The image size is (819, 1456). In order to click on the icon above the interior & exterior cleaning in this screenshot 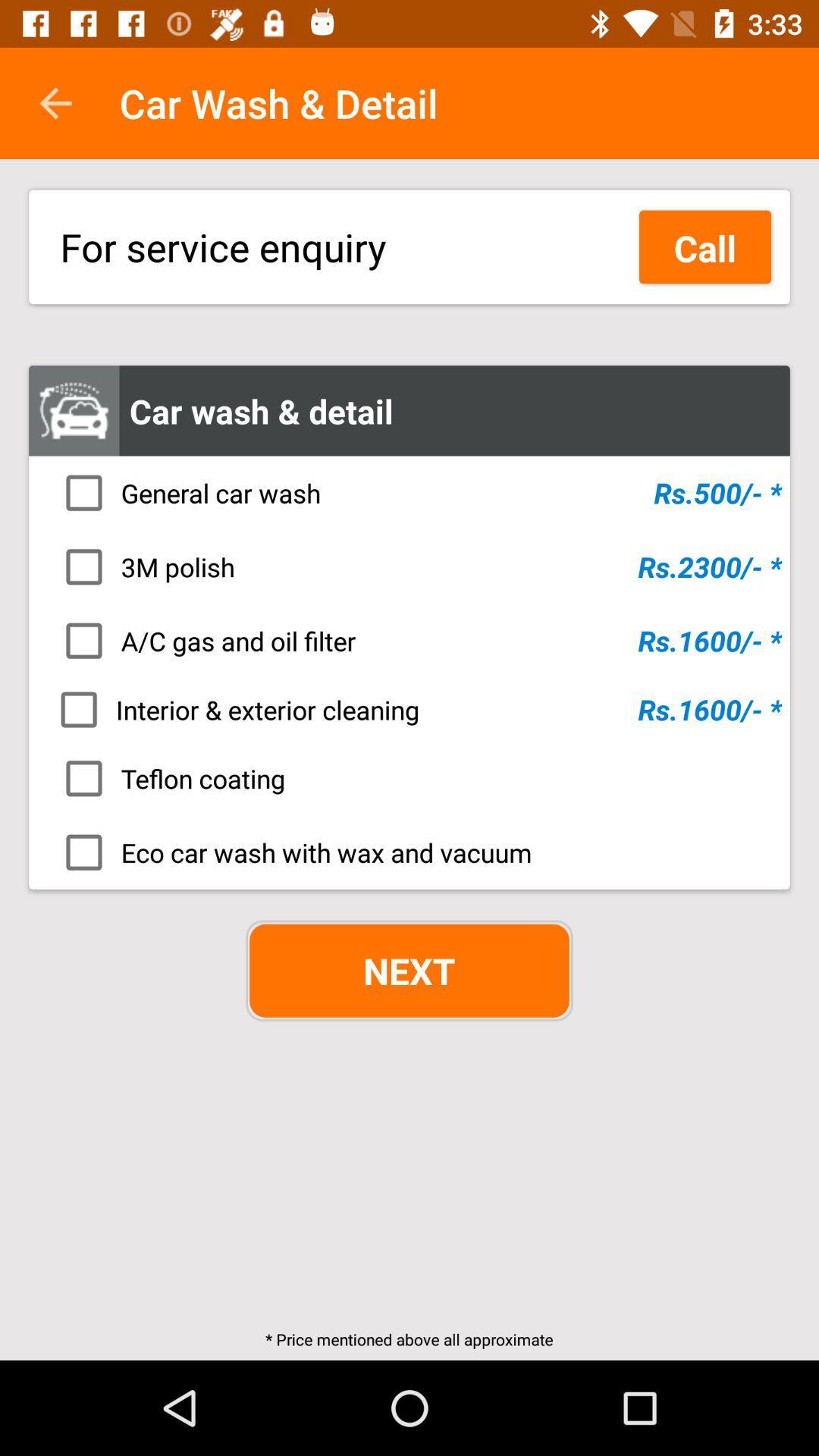, I will do `click(414, 641)`.